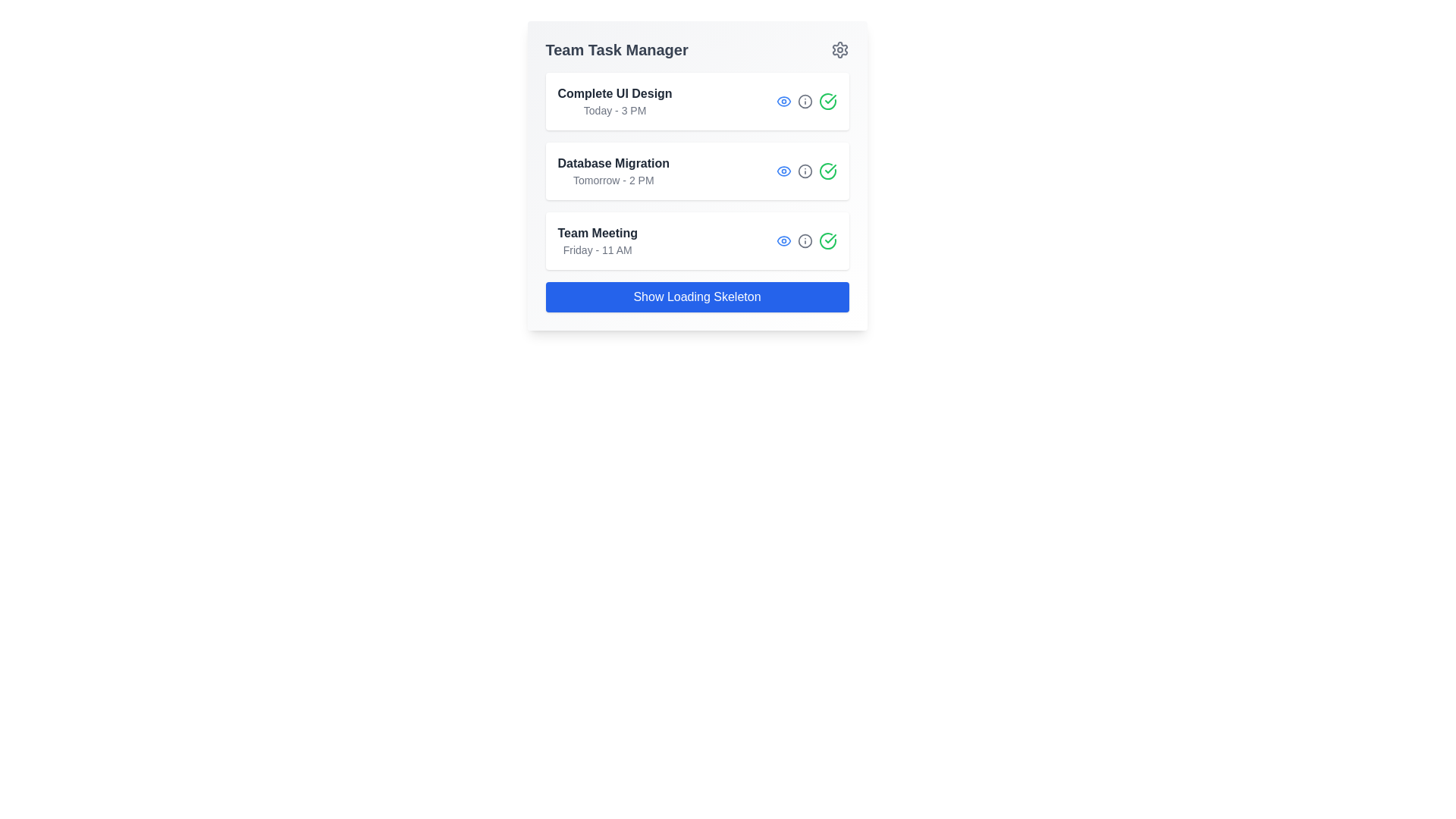 This screenshot has height=819, width=1456. Describe the element at coordinates (827, 171) in the screenshot. I see `the SVG graphic icon indicating completion status for the 'Database Migration' task, located on the far right of the second task row` at that location.